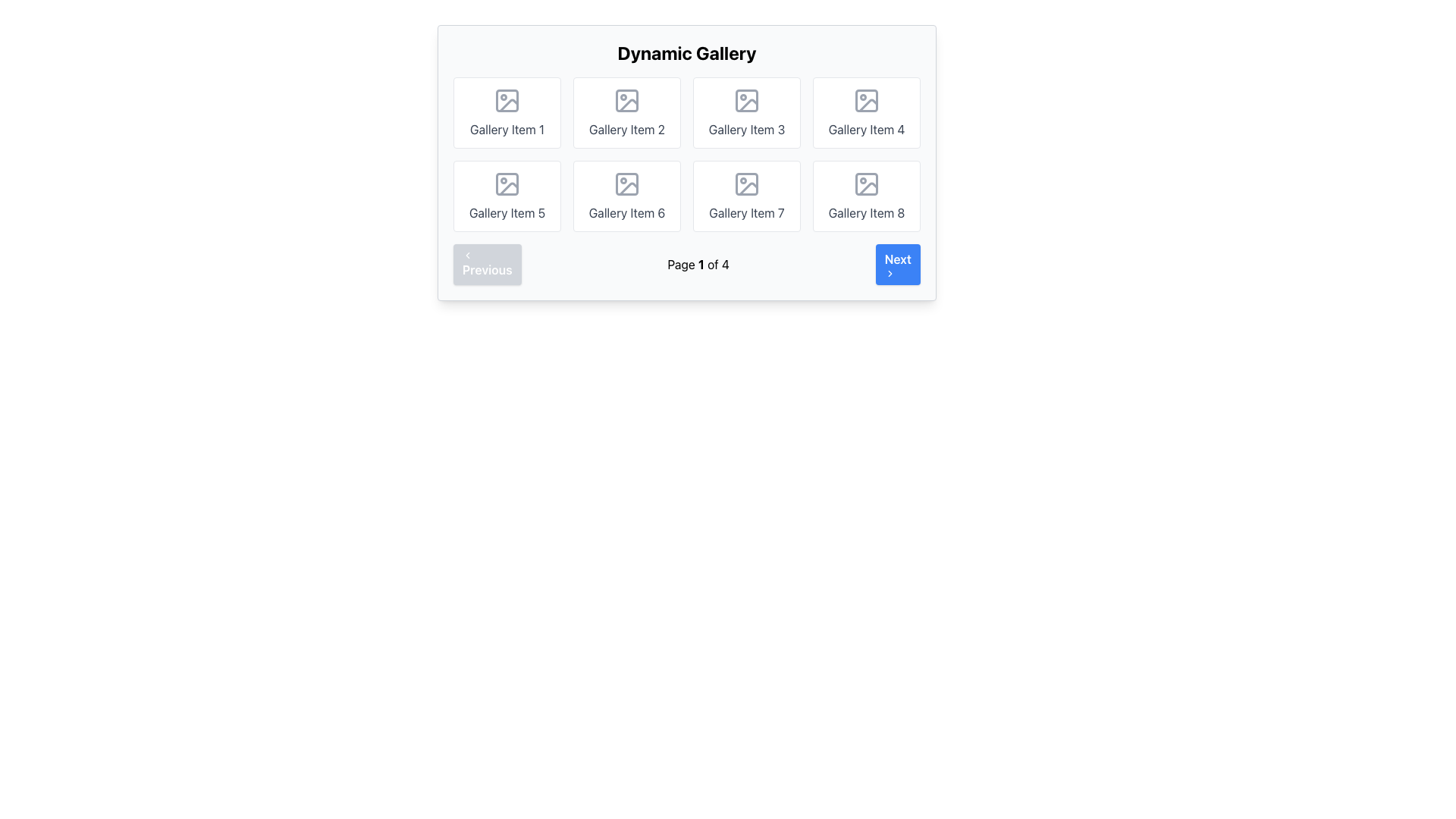 This screenshot has width=1456, height=819. I want to click on the Icon element representing an image in the 'Gallery Item 5' section, which is styled gray and features a square frame with a circular shape and an intersecting diagonal line, so click(507, 184).